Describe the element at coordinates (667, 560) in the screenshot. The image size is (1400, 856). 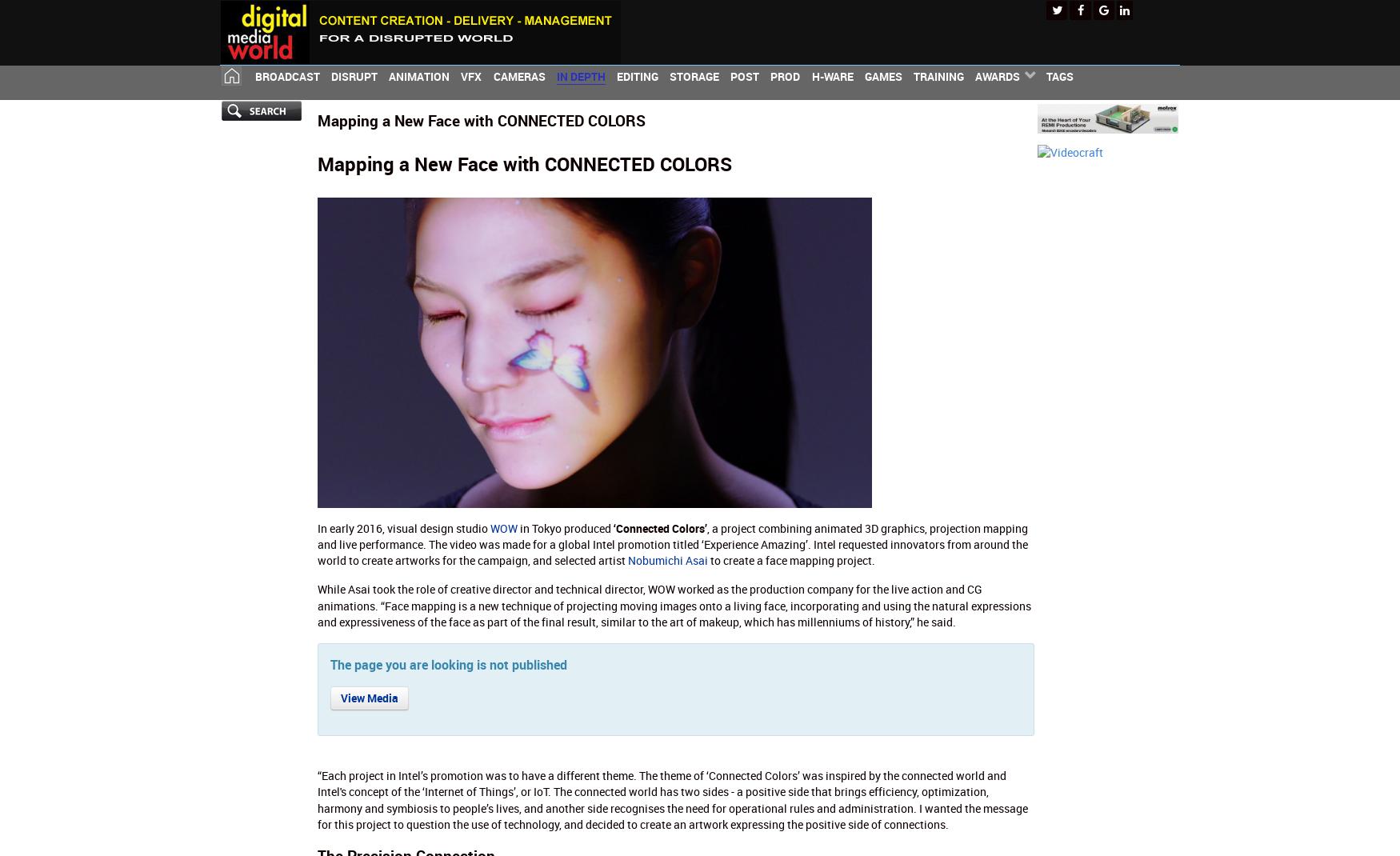
I see `'Nobumichi Asai'` at that location.